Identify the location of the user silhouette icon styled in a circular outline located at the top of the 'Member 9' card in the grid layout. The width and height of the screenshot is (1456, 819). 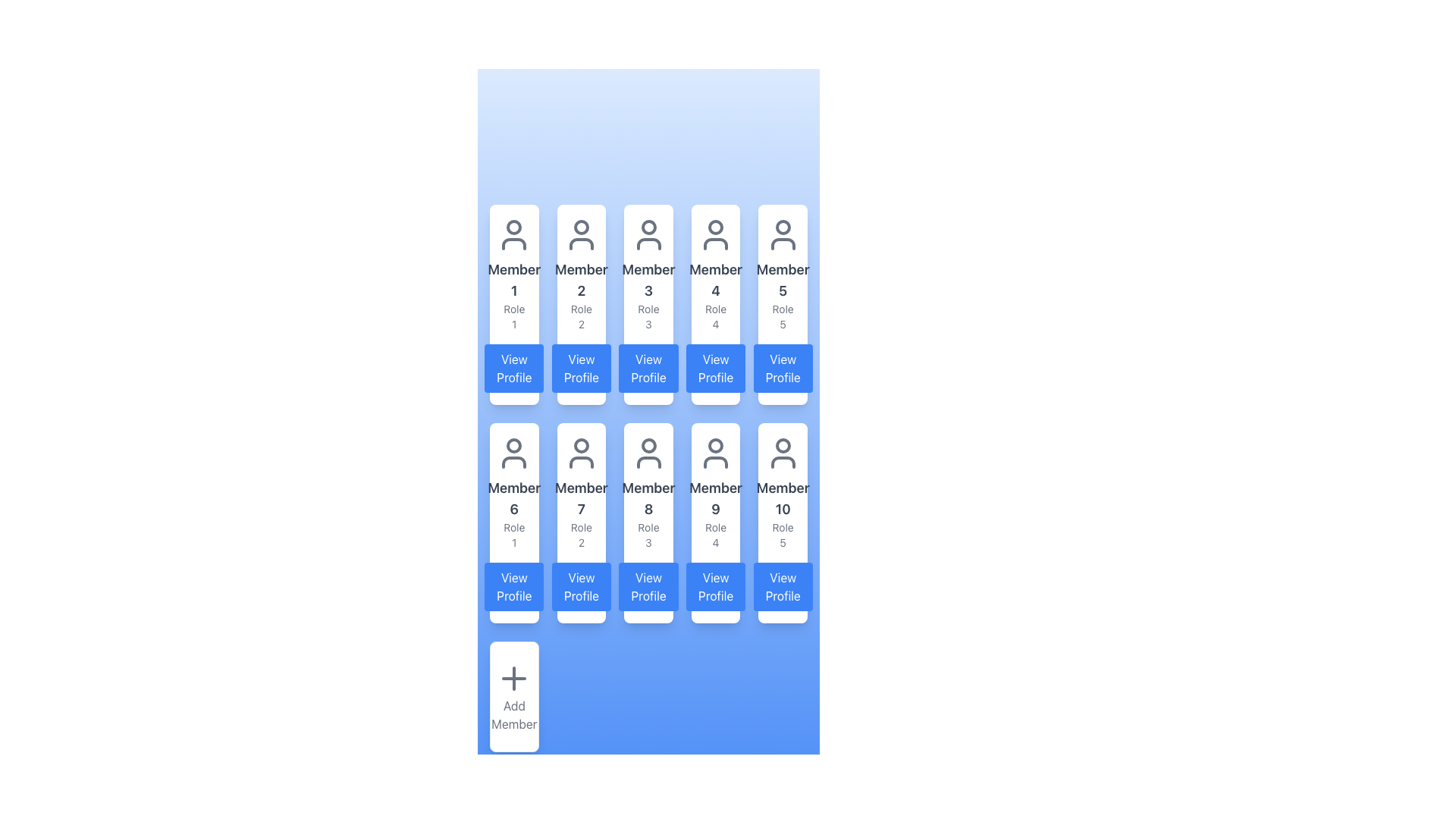
(715, 452).